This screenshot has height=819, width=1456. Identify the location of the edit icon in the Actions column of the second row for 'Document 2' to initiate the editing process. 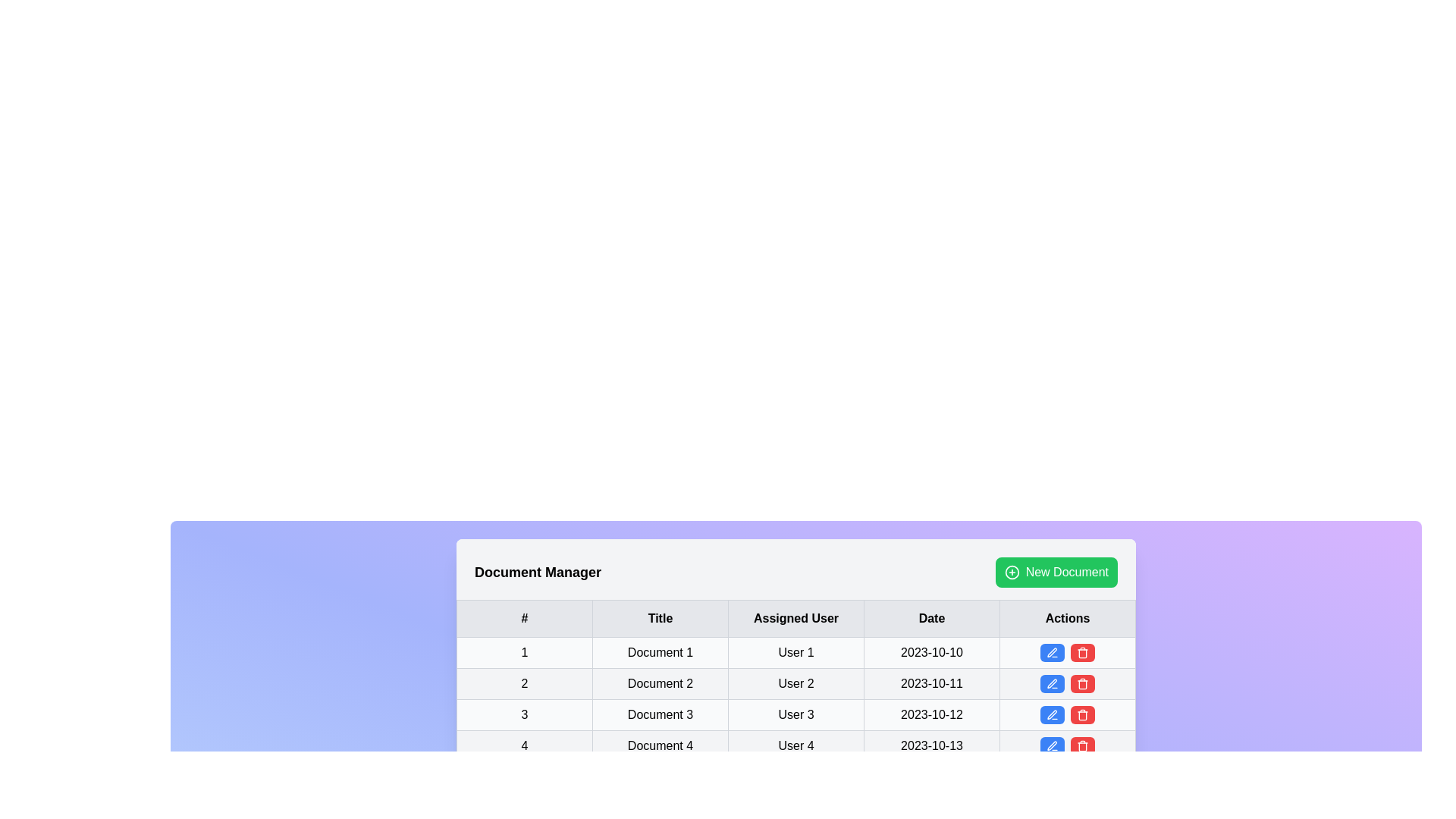
(1051, 683).